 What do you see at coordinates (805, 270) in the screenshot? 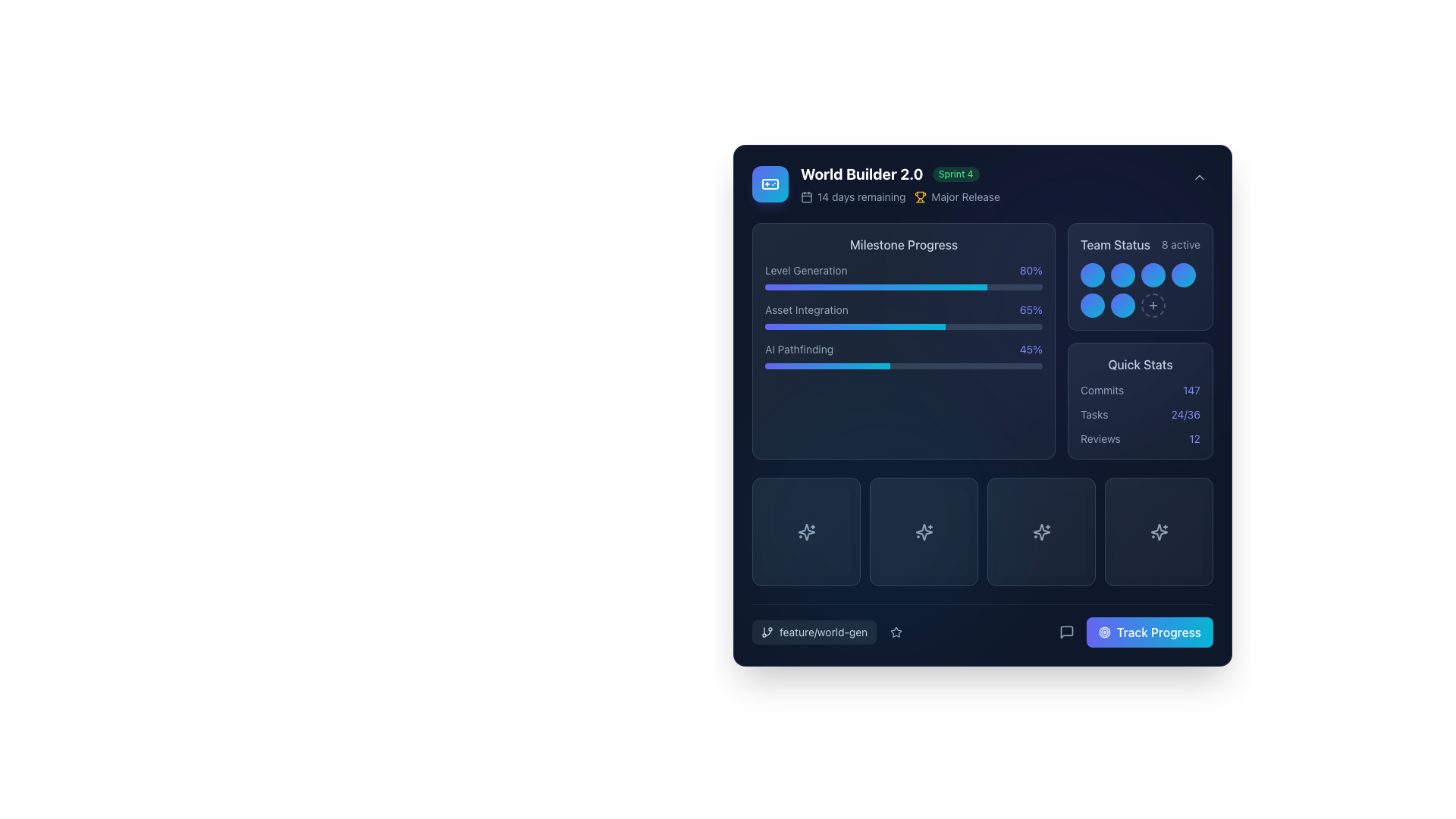
I see `the 'Level Generation' text label located in the 'Milestone Progress' section, positioned to the left of the '80%' text indicator` at bounding box center [805, 270].